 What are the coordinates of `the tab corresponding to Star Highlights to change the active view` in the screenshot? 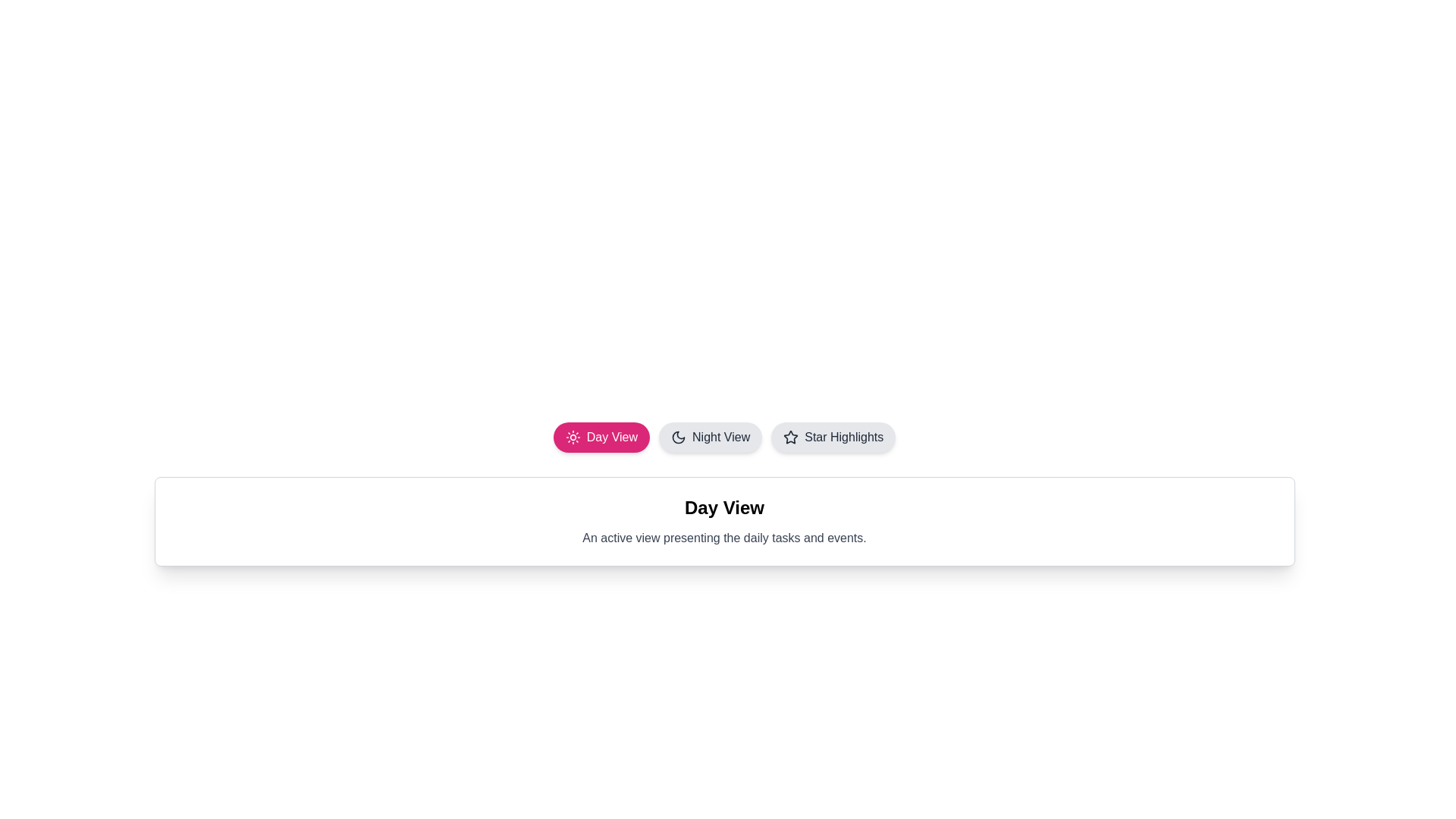 It's located at (833, 438).